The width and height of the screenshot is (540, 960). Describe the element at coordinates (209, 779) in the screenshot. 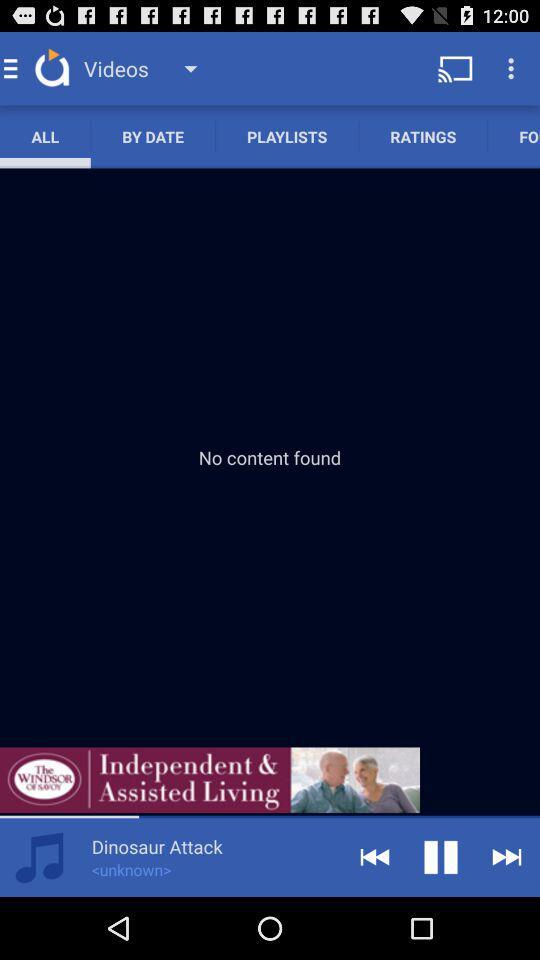

I see `advertisement` at that location.